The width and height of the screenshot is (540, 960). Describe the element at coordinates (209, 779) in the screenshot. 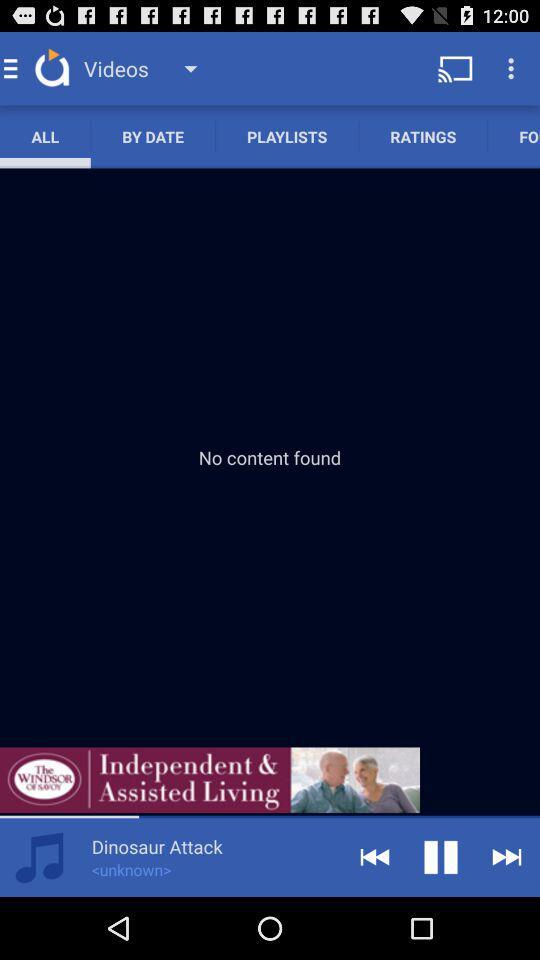

I see `advertisement` at that location.